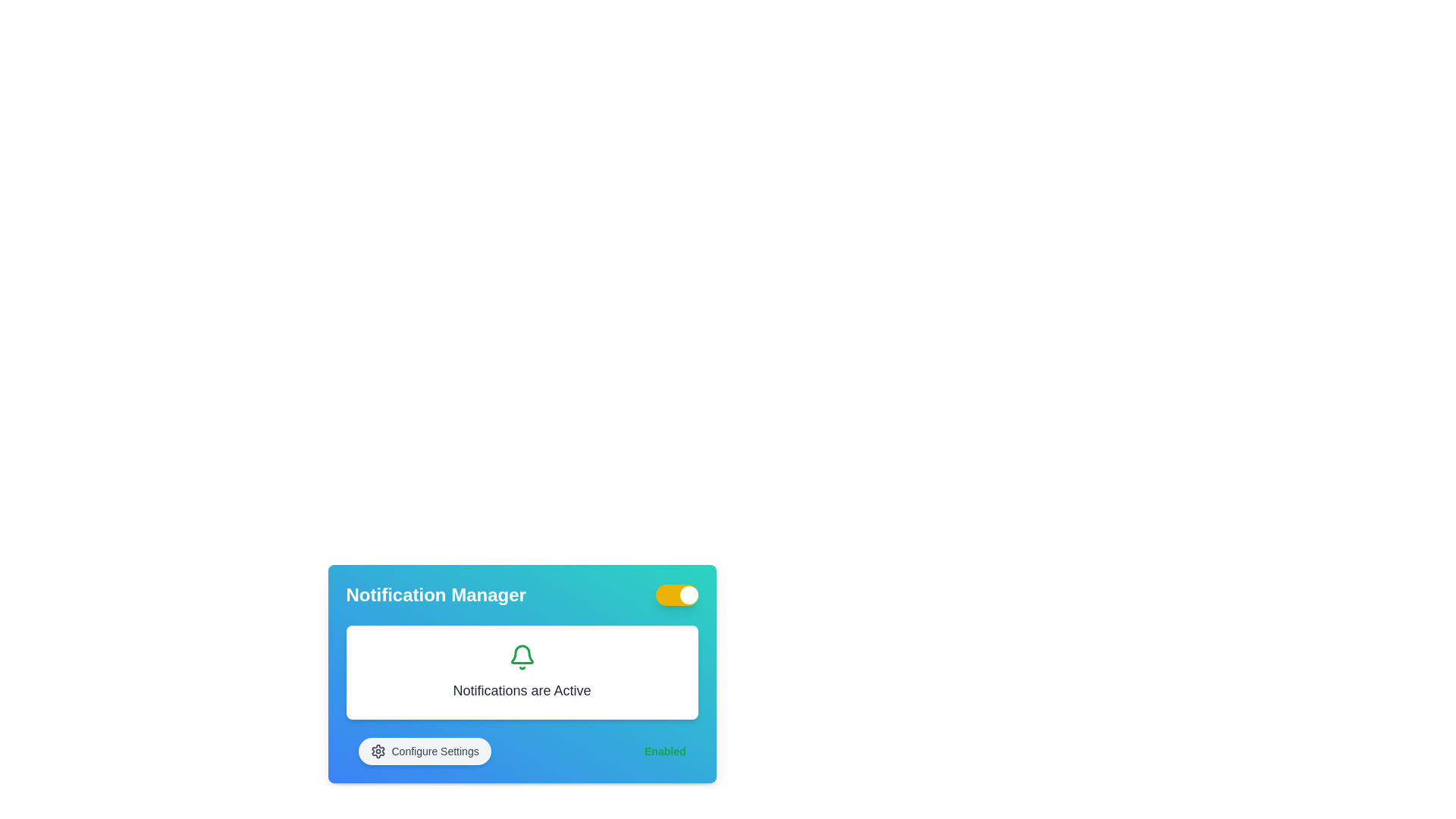 Image resolution: width=1456 pixels, height=819 pixels. What do you see at coordinates (522, 657) in the screenshot?
I see `the green bell icon representing active notifications, which is positioned slightly above the text 'Notifications are Active'` at bounding box center [522, 657].